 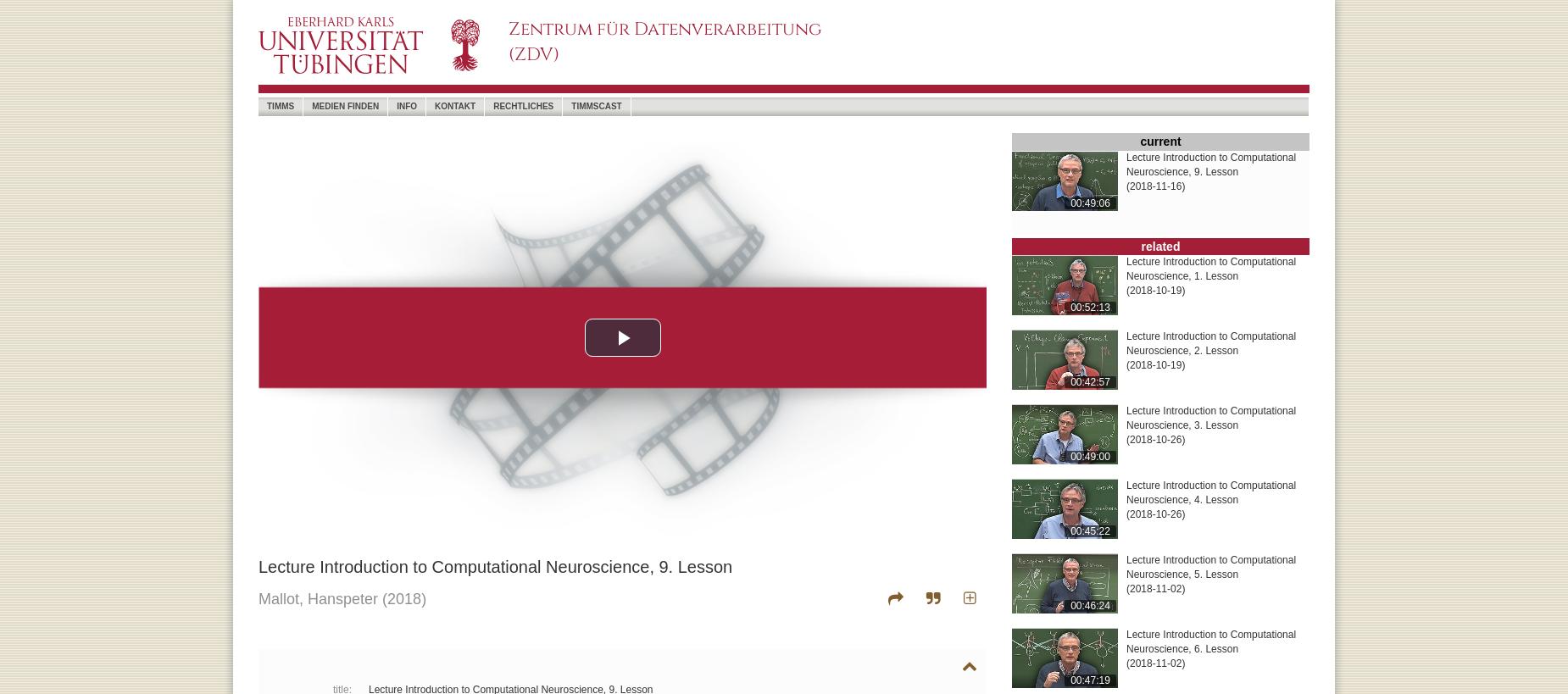 I want to click on 'Lecture Introduction to Computational Neuroscience, 6. Lesson', so click(x=1210, y=641).